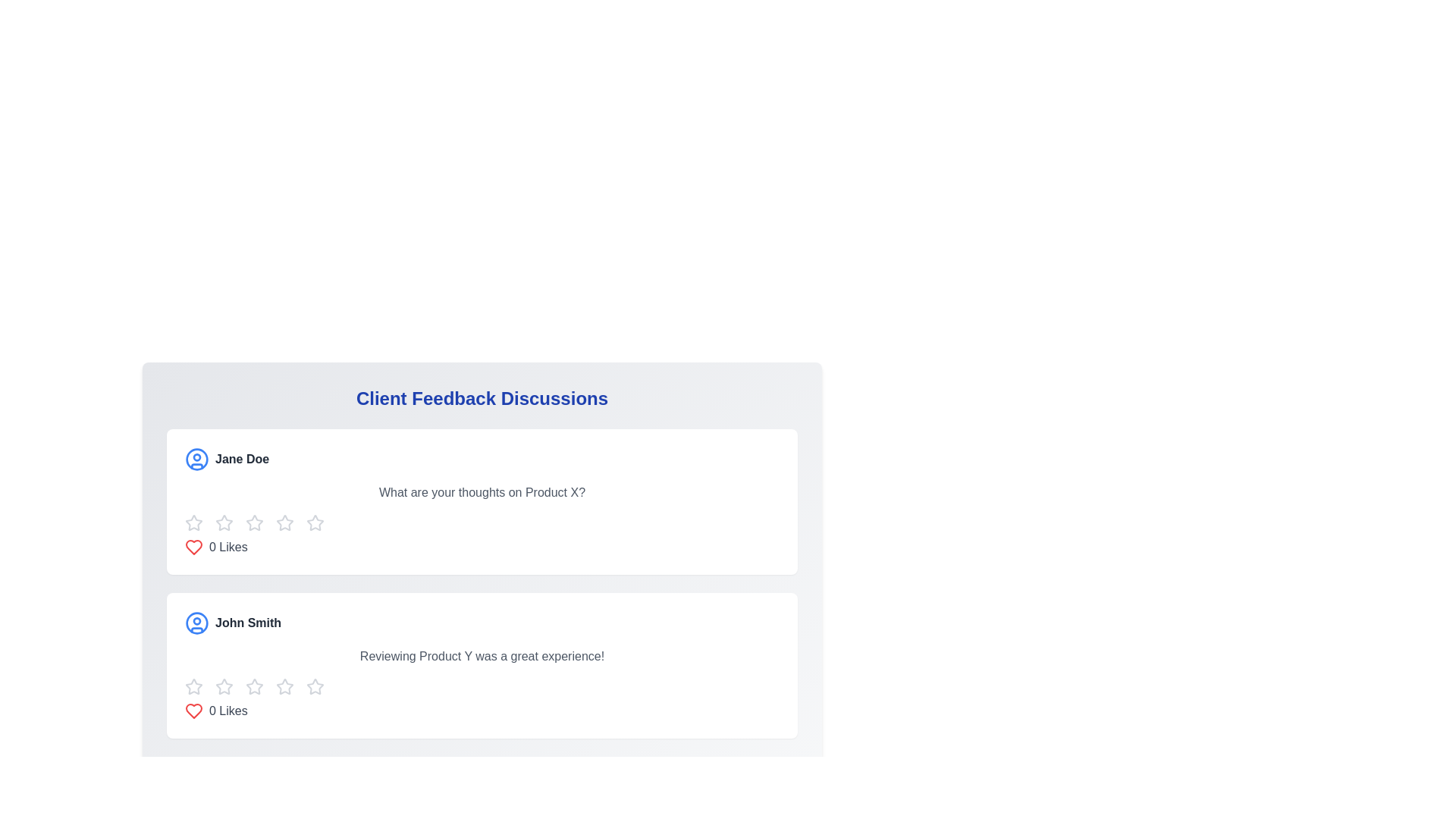 This screenshot has width=1456, height=819. What do you see at coordinates (241, 458) in the screenshot?
I see `the label displaying the name of the individual associated with the feedback entry, located at the top of a feedback card in the middle of the display` at bounding box center [241, 458].